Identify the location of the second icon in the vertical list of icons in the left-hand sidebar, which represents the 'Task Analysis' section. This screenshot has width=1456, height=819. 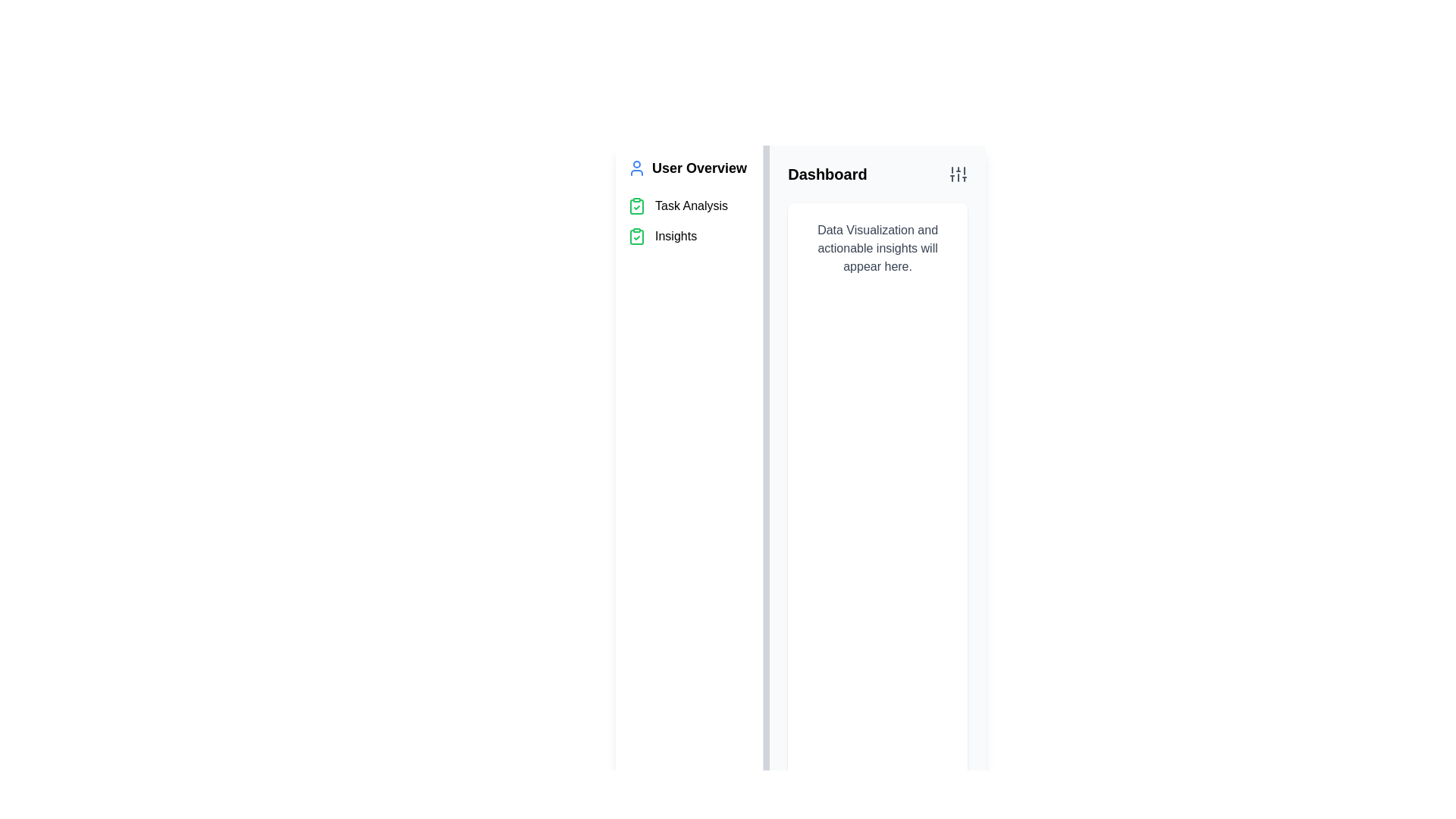
(637, 207).